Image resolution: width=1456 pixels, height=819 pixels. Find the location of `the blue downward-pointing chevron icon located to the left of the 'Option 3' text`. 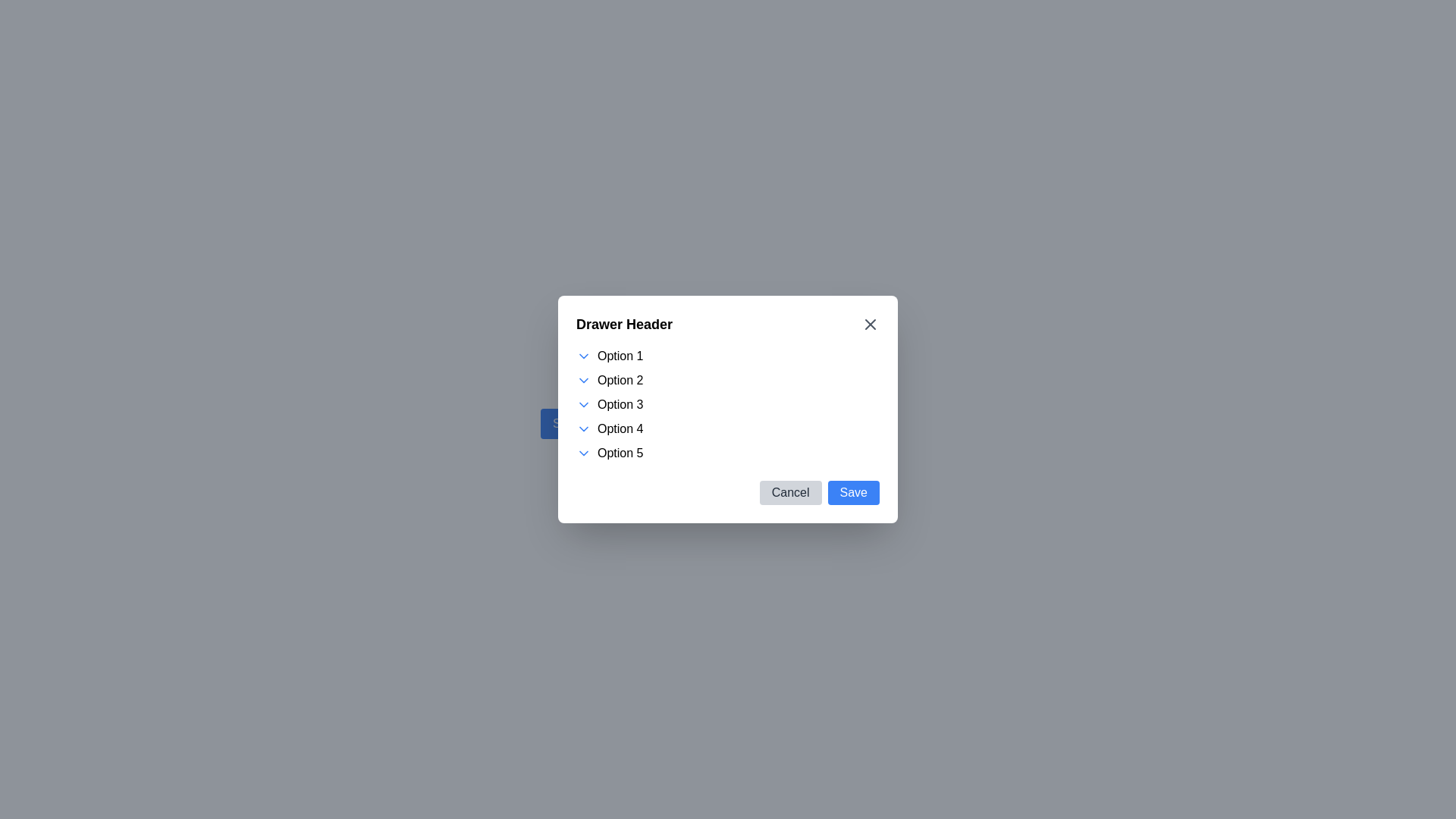

the blue downward-pointing chevron icon located to the left of the 'Option 3' text is located at coordinates (582, 403).